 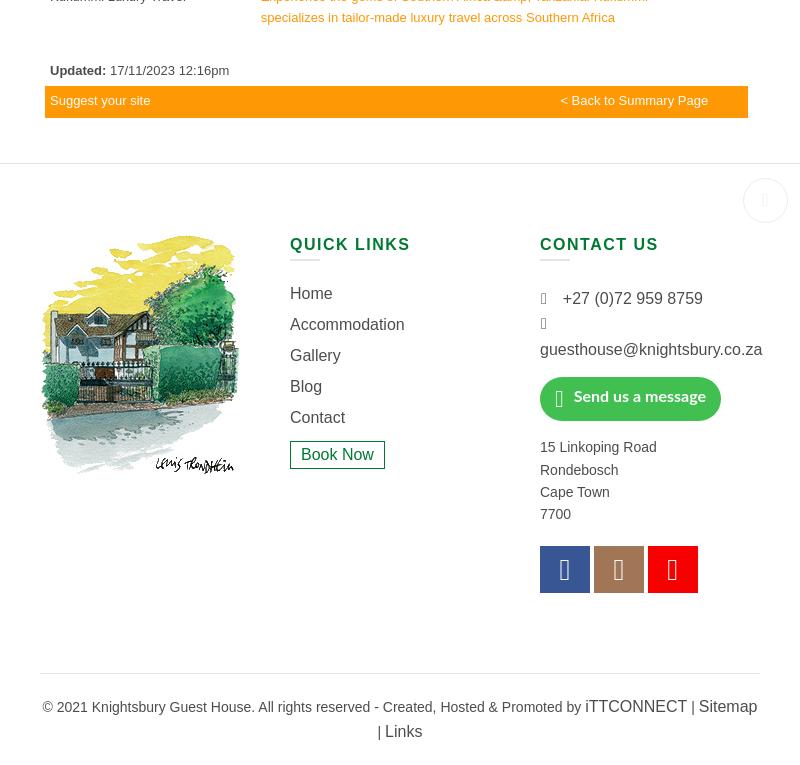 What do you see at coordinates (300, 452) in the screenshot?
I see `'Book Now'` at bounding box center [300, 452].